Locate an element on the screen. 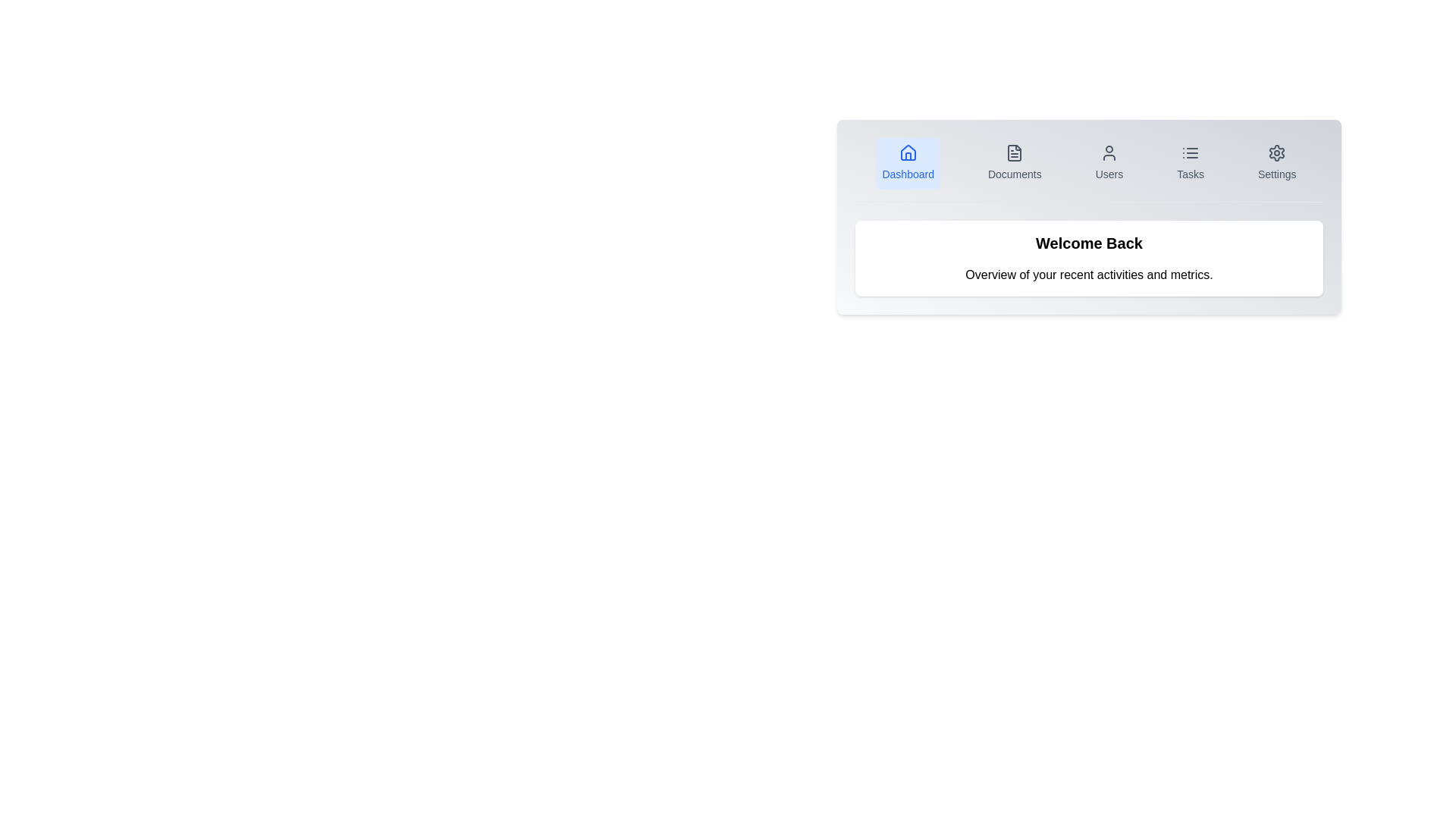 The width and height of the screenshot is (1456, 819). the icon represented by three horizontal lines, which is located above the 'Tasks' label in the navigation bar is located at coordinates (1189, 152).